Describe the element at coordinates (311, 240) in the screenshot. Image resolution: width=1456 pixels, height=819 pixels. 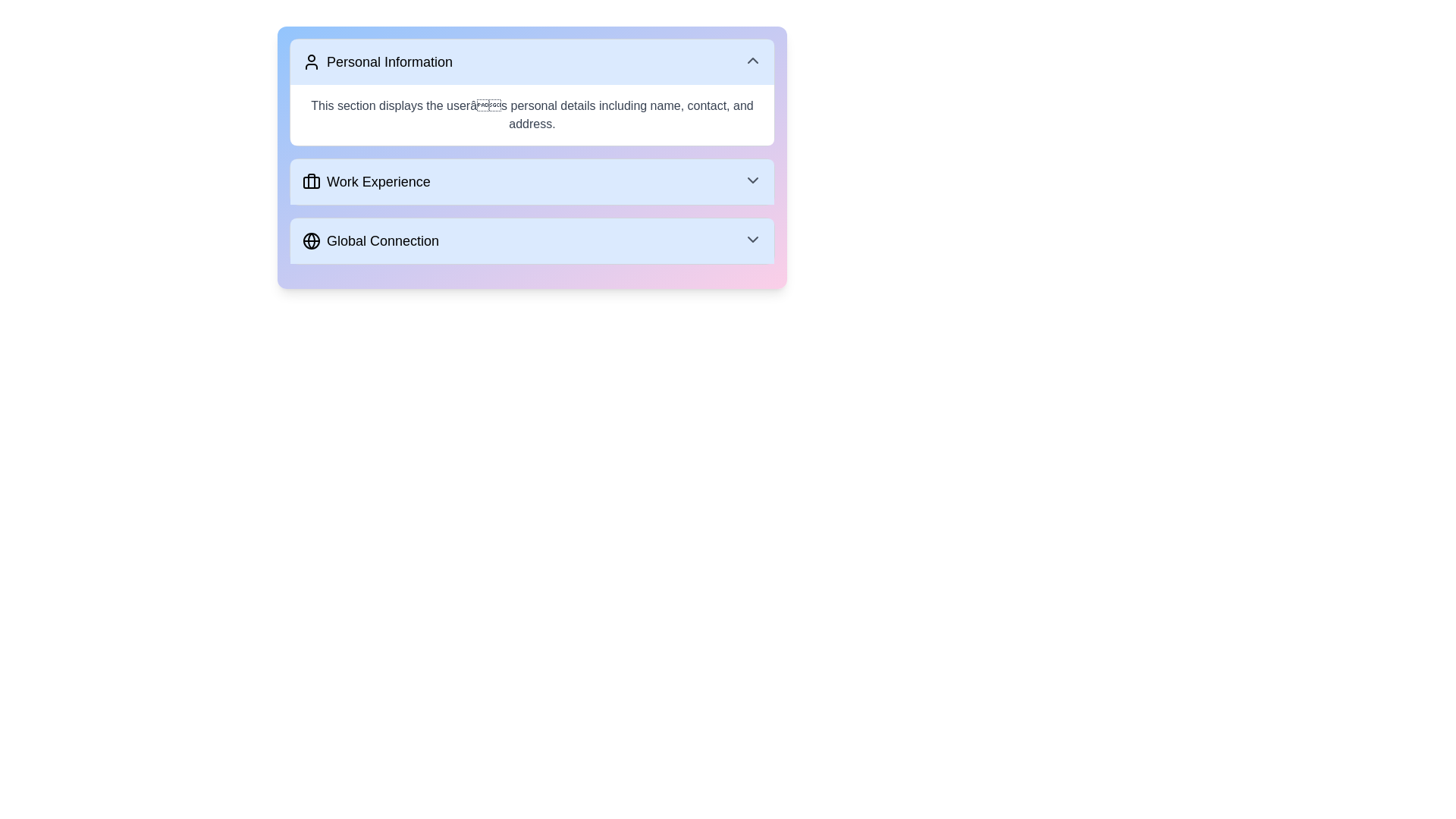
I see `globe icon located in the 'Global Connection' section using development tools` at that location.